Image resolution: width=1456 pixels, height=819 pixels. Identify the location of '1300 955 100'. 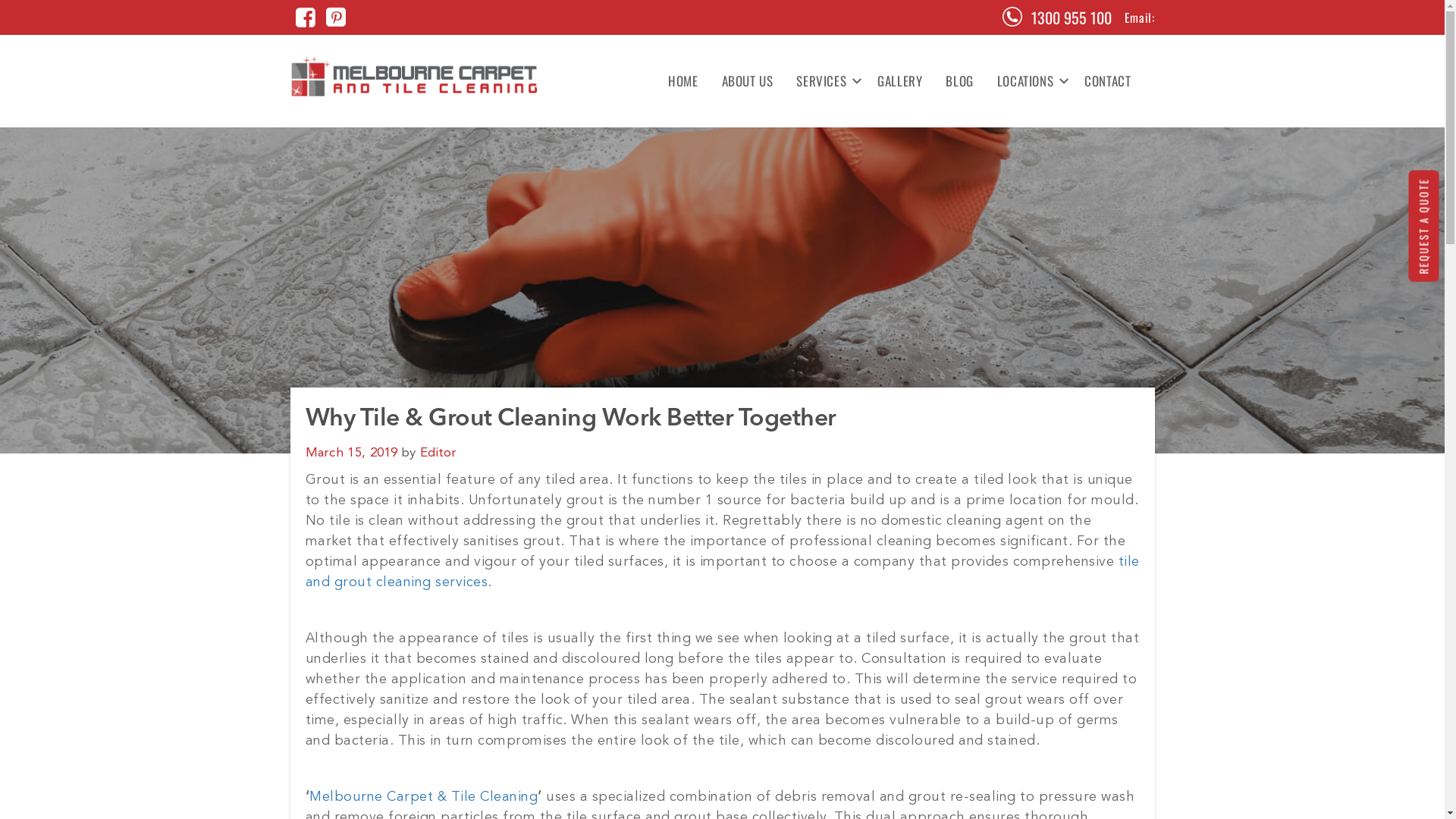
(1031, 17).